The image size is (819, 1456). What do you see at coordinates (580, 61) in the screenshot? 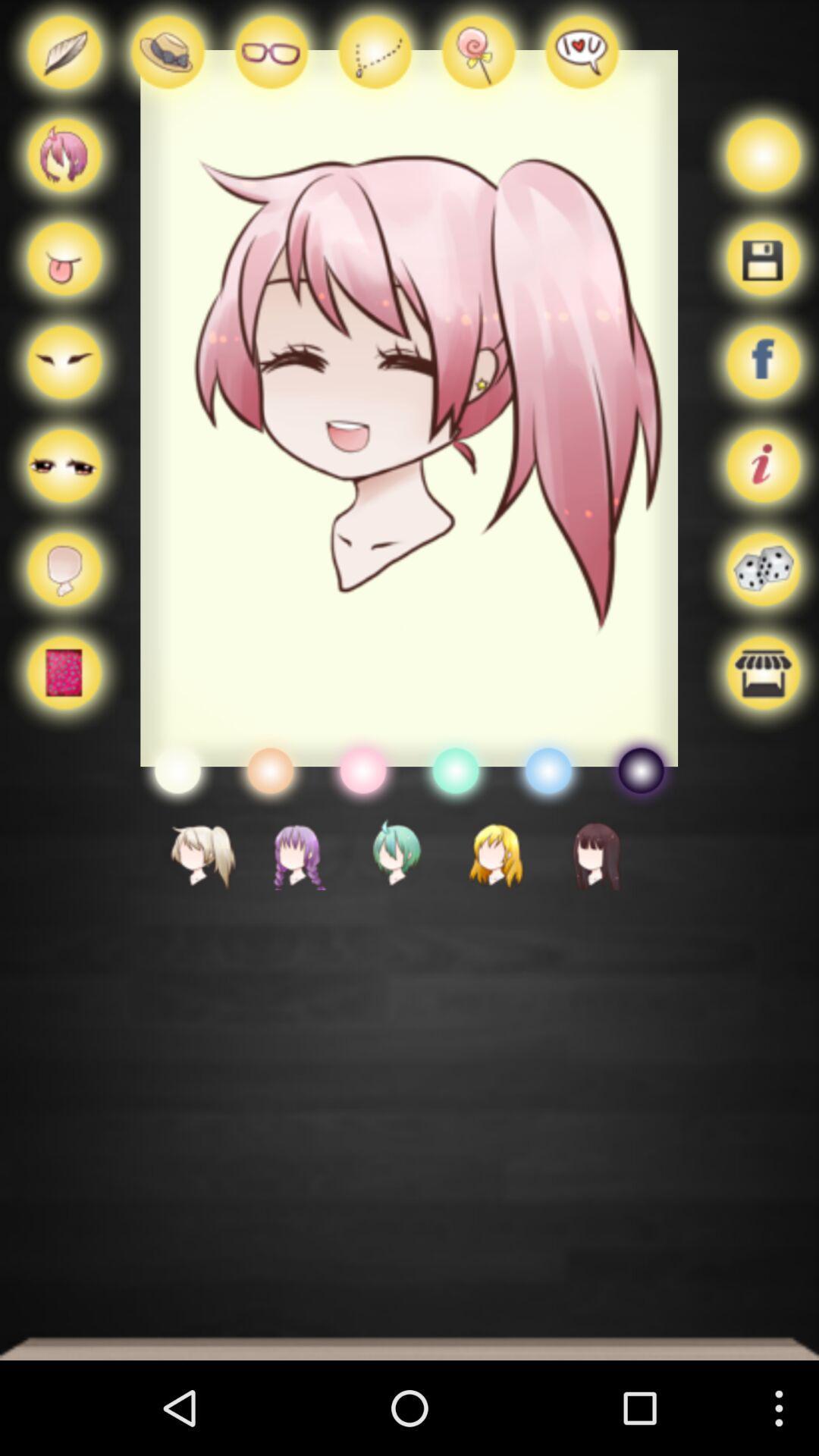
I see `the chat icon` at bounding box center [580, 61].